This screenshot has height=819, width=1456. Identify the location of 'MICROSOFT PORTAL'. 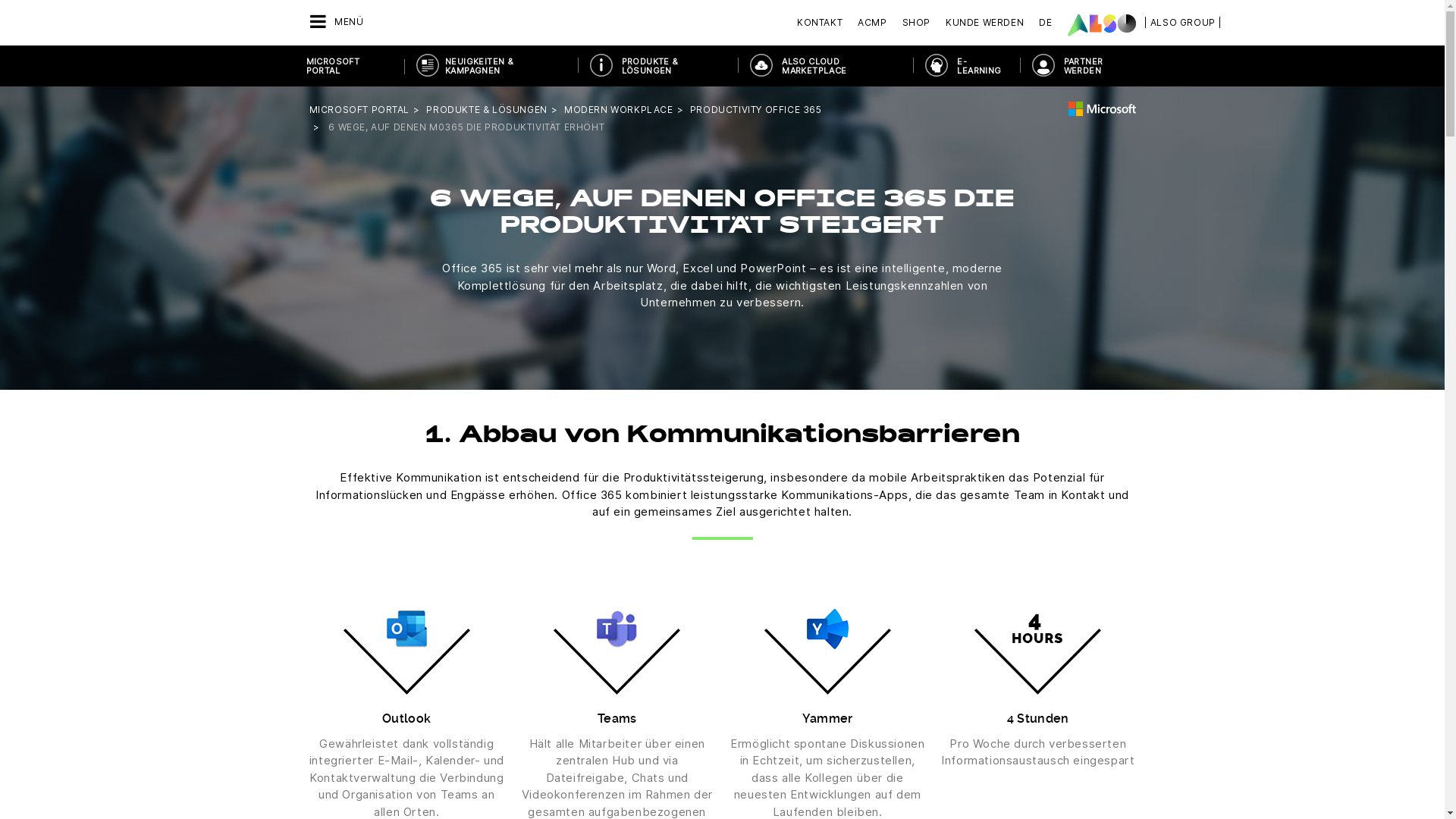
(348, 65).